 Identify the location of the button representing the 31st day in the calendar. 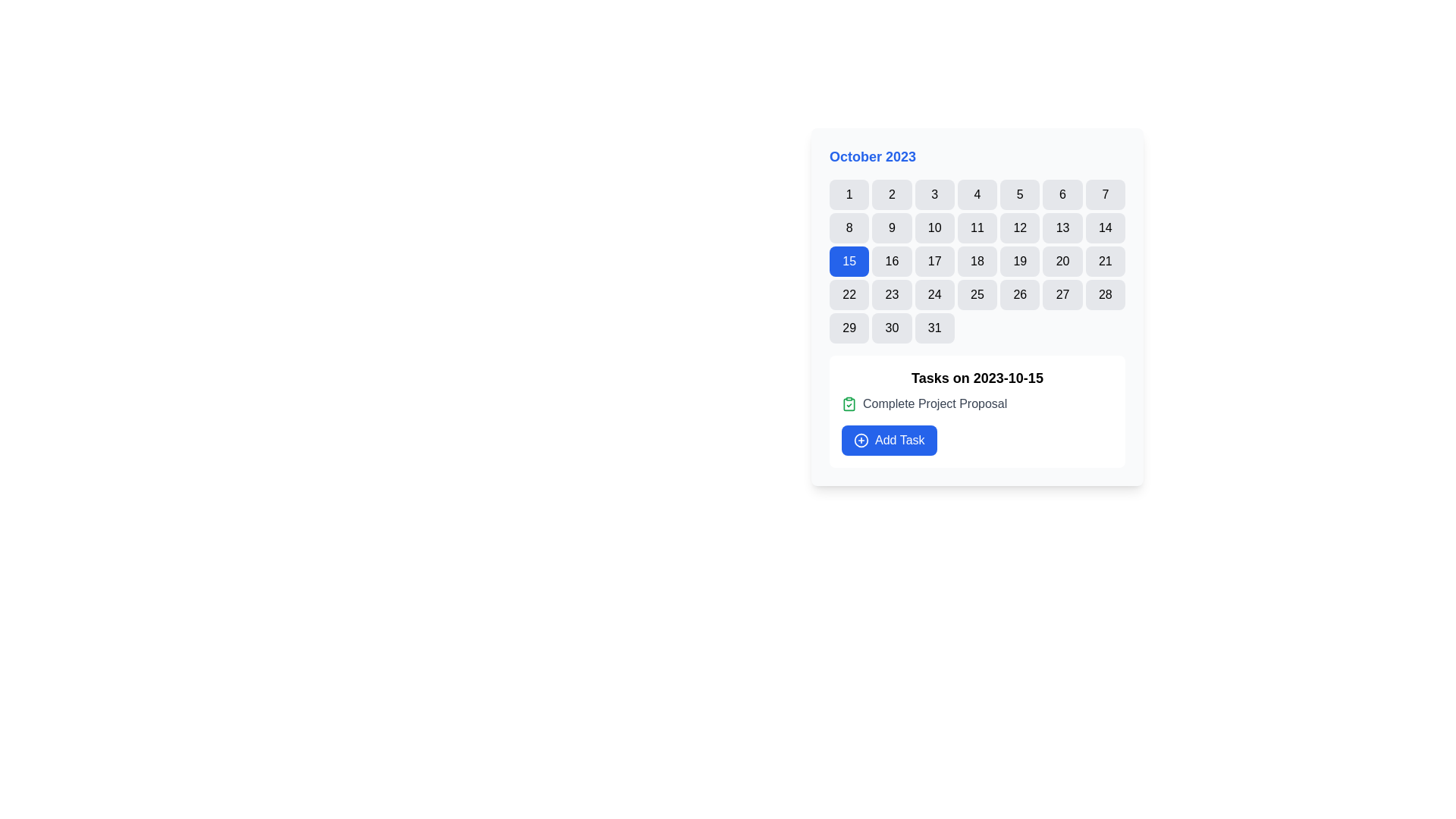
(934, 327).